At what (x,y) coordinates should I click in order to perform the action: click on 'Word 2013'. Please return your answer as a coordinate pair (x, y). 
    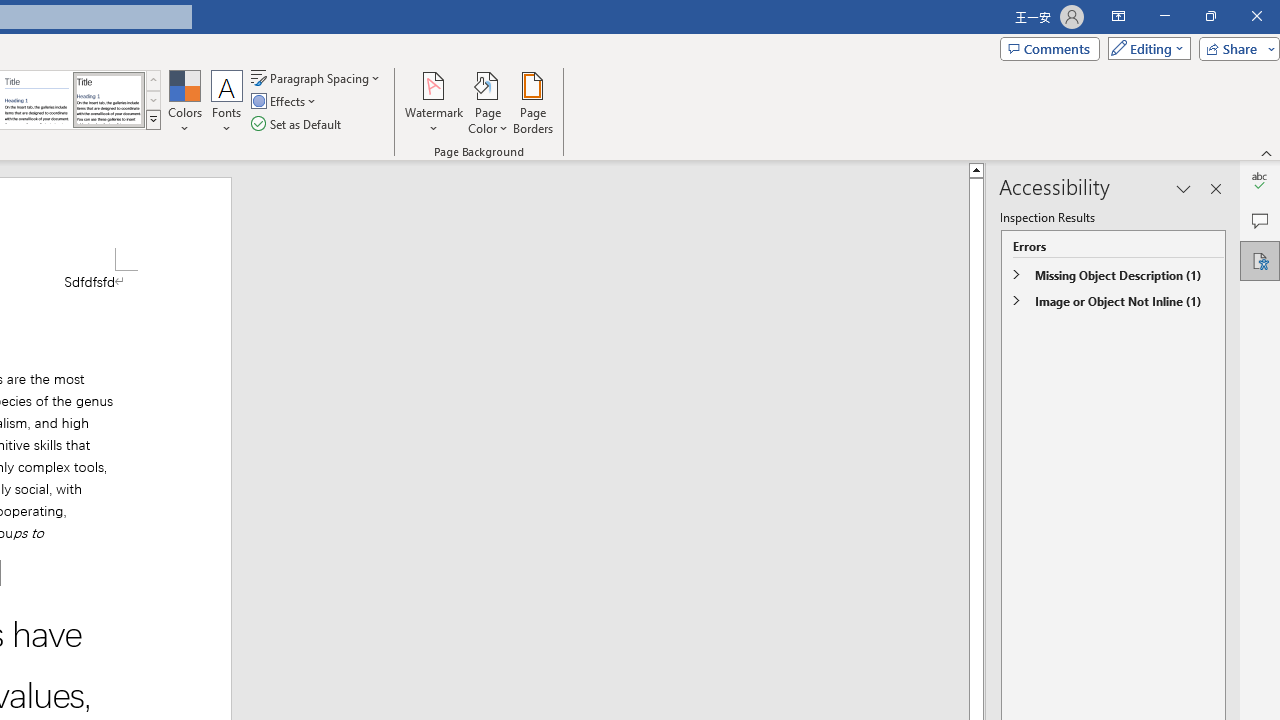
    Looking at the image, I should click on (107, 100).